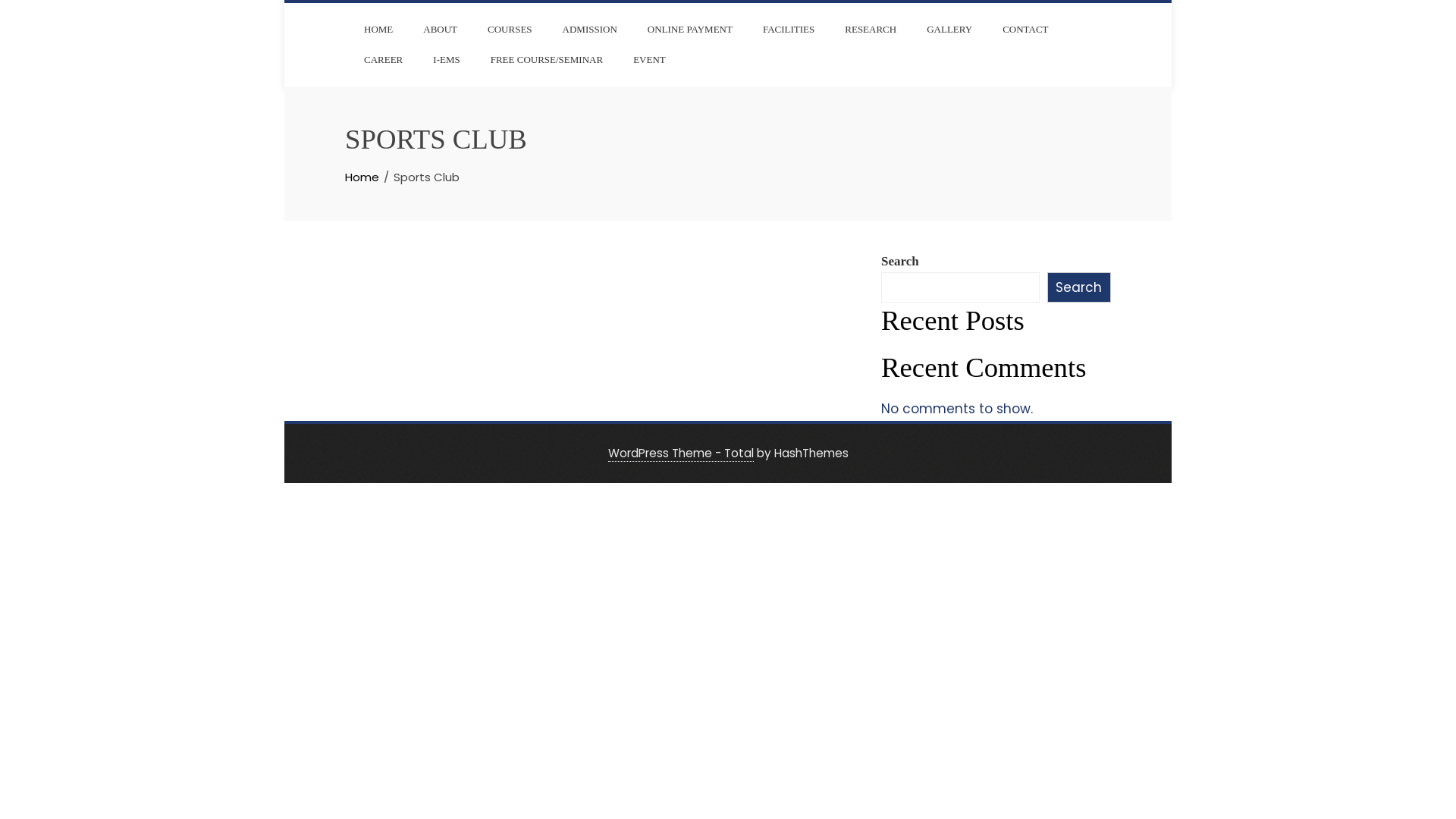 The image size is (1456, 819). Describe the element at coordinates (411, 29) in the screenshot. I see `'ABOUT'` at that location.